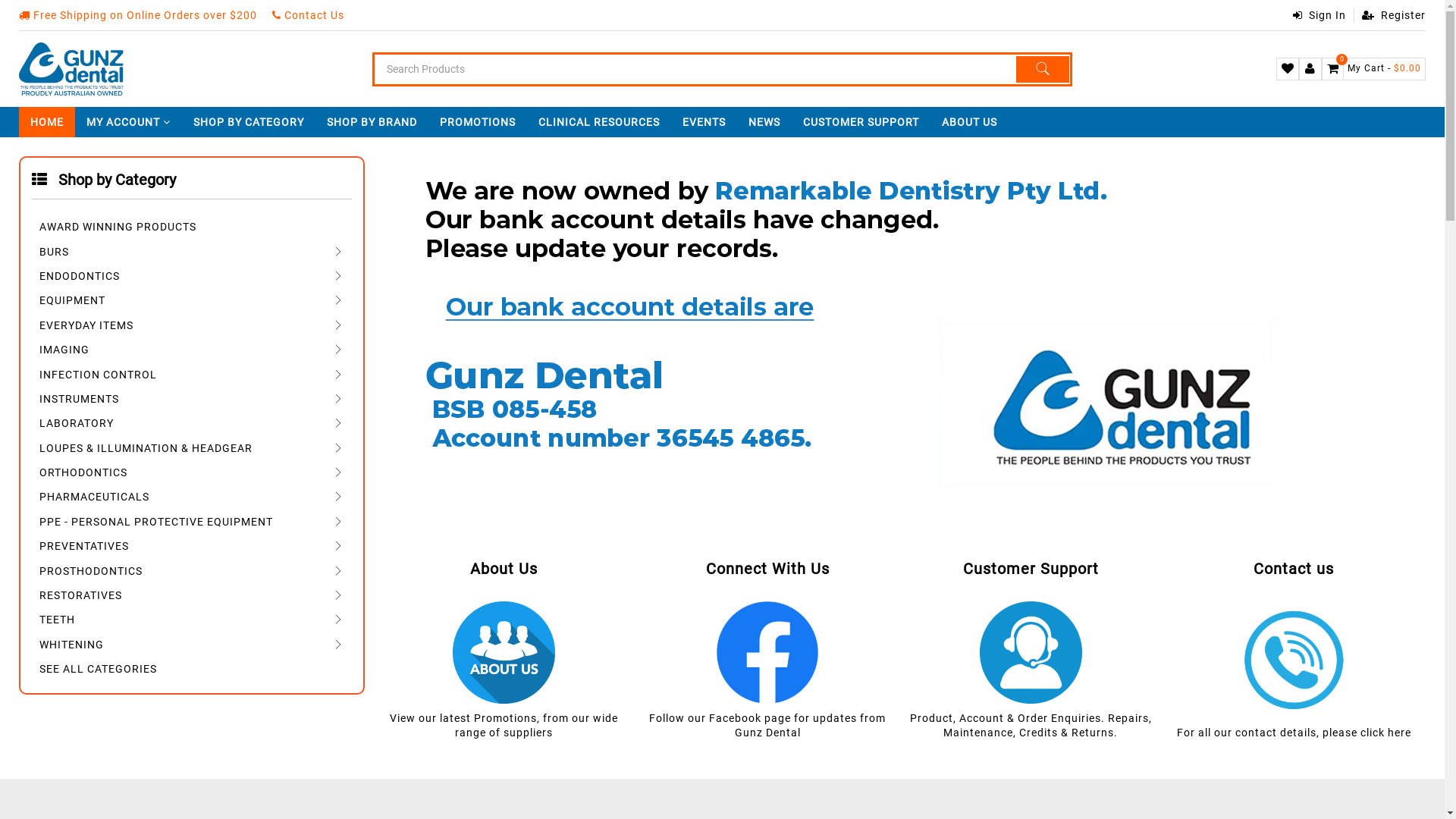 The height and width of the screenshot is (819, 1456). I want to click on 'TEETH', so click(191, 620).